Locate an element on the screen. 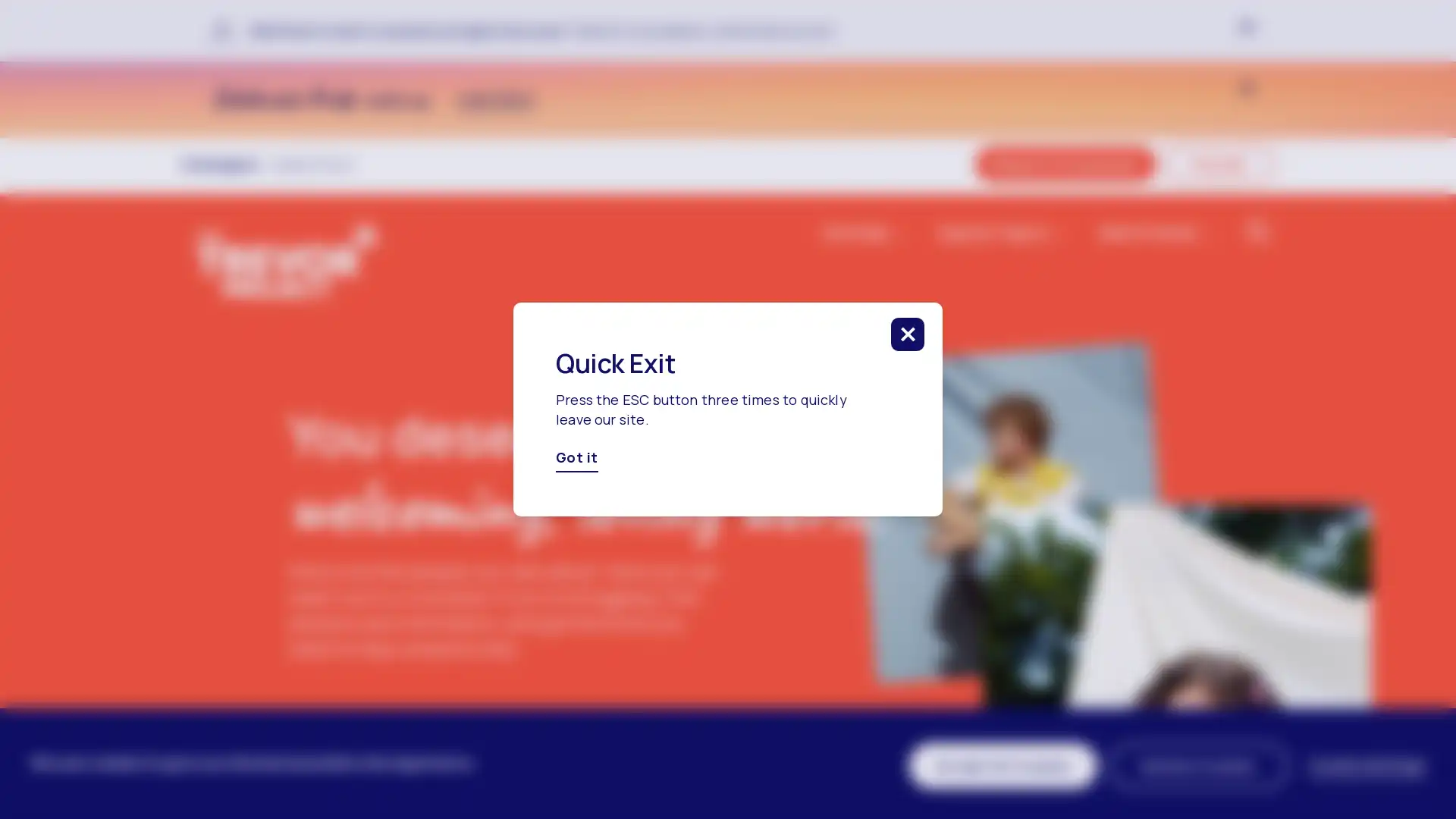  Accept All Cookies is located at coordinates (1002, 766).